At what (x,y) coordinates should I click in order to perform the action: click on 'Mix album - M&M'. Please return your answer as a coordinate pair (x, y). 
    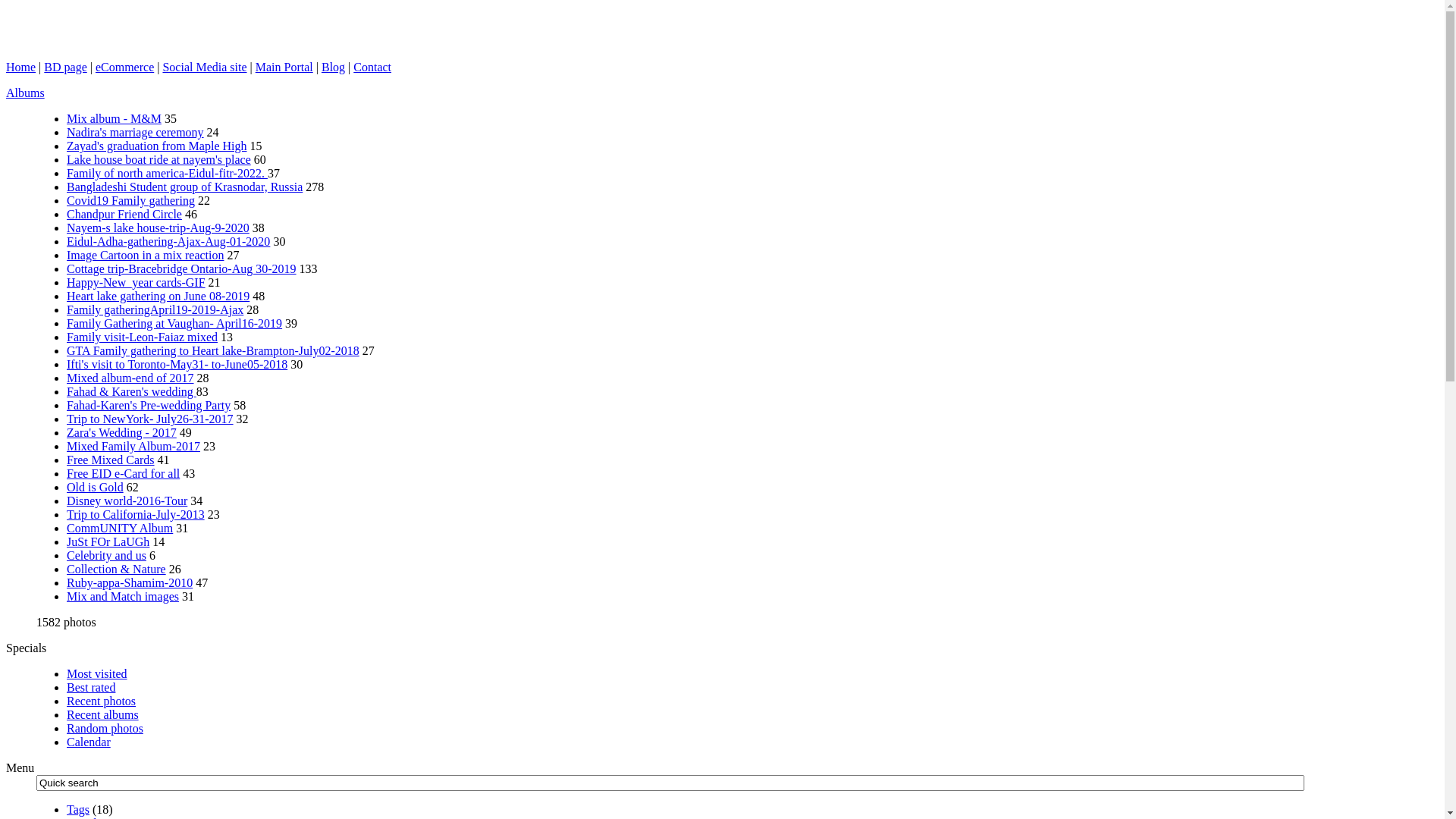
    Looking at the image, I should click on (113, 118).